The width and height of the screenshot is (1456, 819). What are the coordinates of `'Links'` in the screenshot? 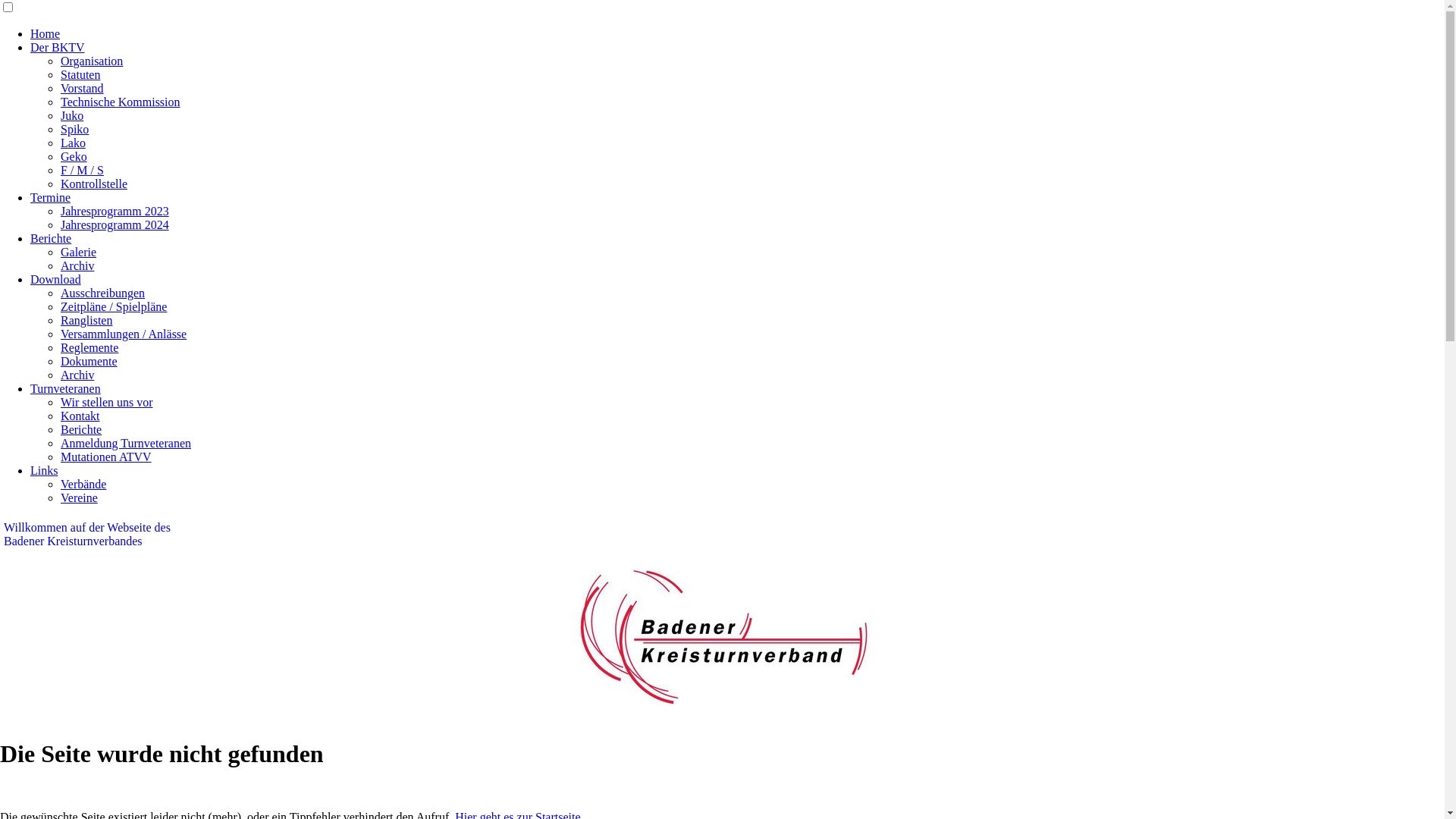 It's located at (43, 469).